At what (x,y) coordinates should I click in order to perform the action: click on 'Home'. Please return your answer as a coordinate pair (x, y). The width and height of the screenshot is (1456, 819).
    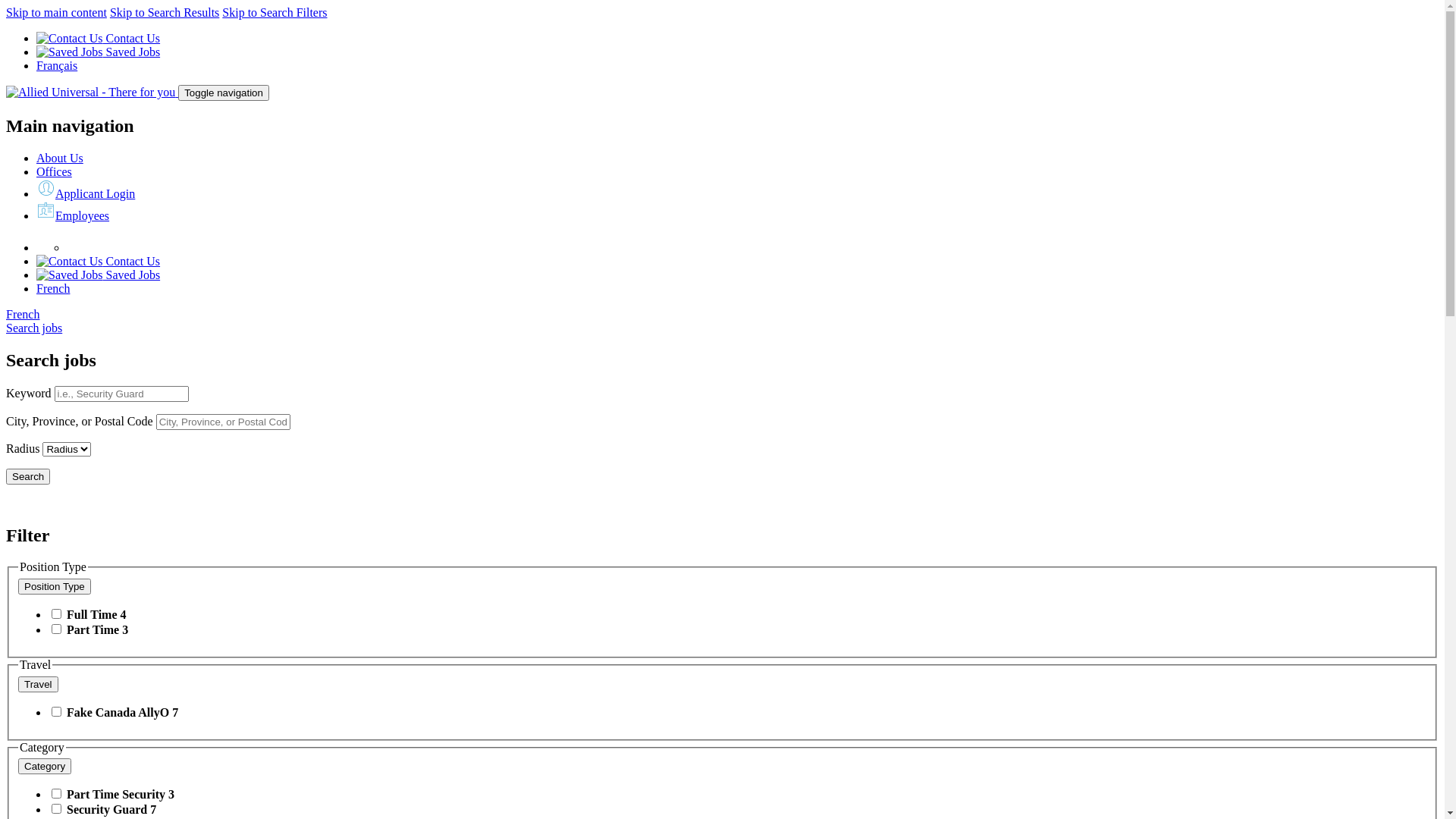
    Looking at the image, I should click on (6, 92).